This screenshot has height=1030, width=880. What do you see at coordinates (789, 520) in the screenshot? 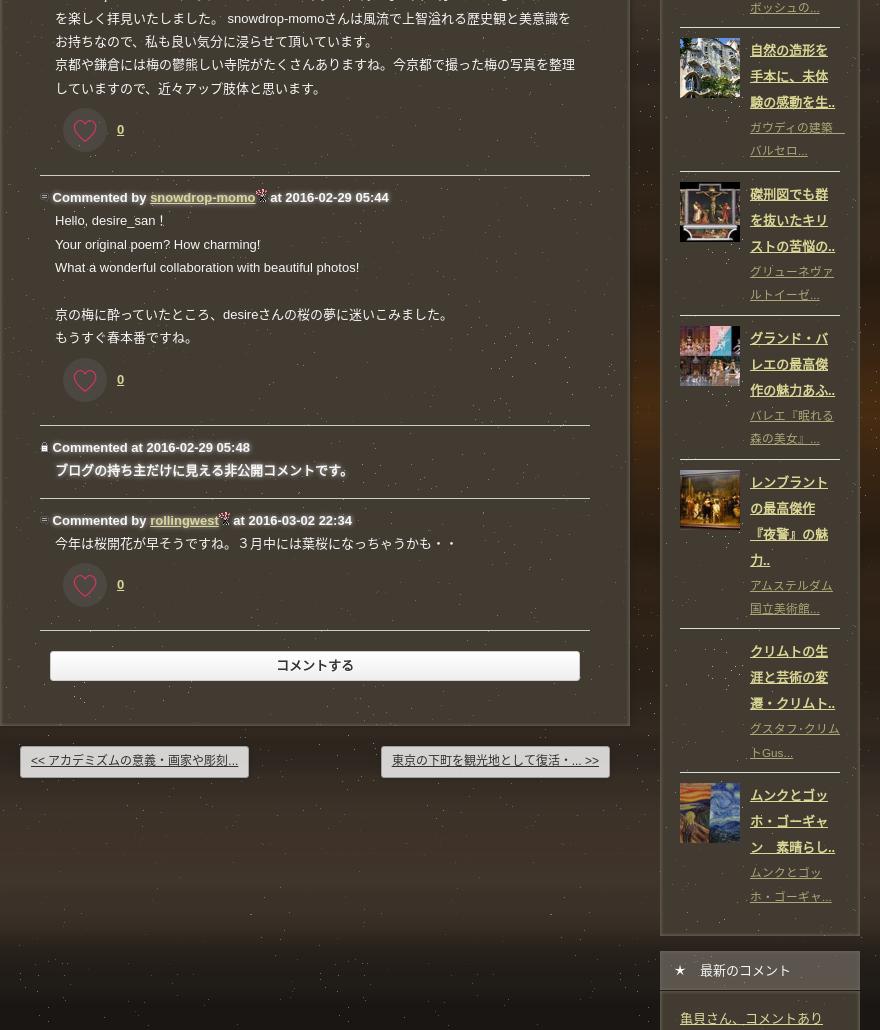
I see `'レンブラントの最高傑作『夜警』の魅力..'` at bounding box center [789, 520].